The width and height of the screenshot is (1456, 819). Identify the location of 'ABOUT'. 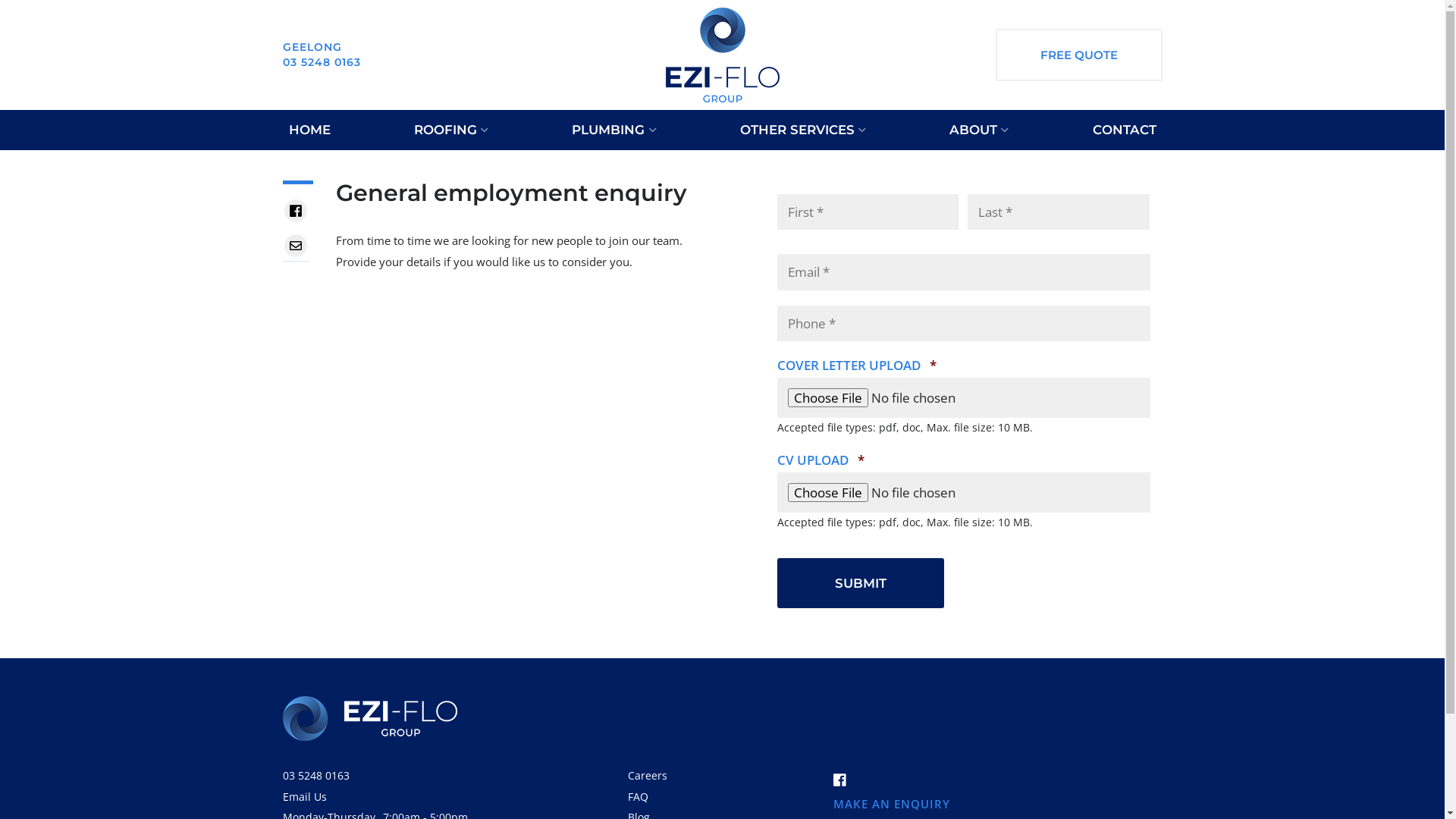
(979, 129).